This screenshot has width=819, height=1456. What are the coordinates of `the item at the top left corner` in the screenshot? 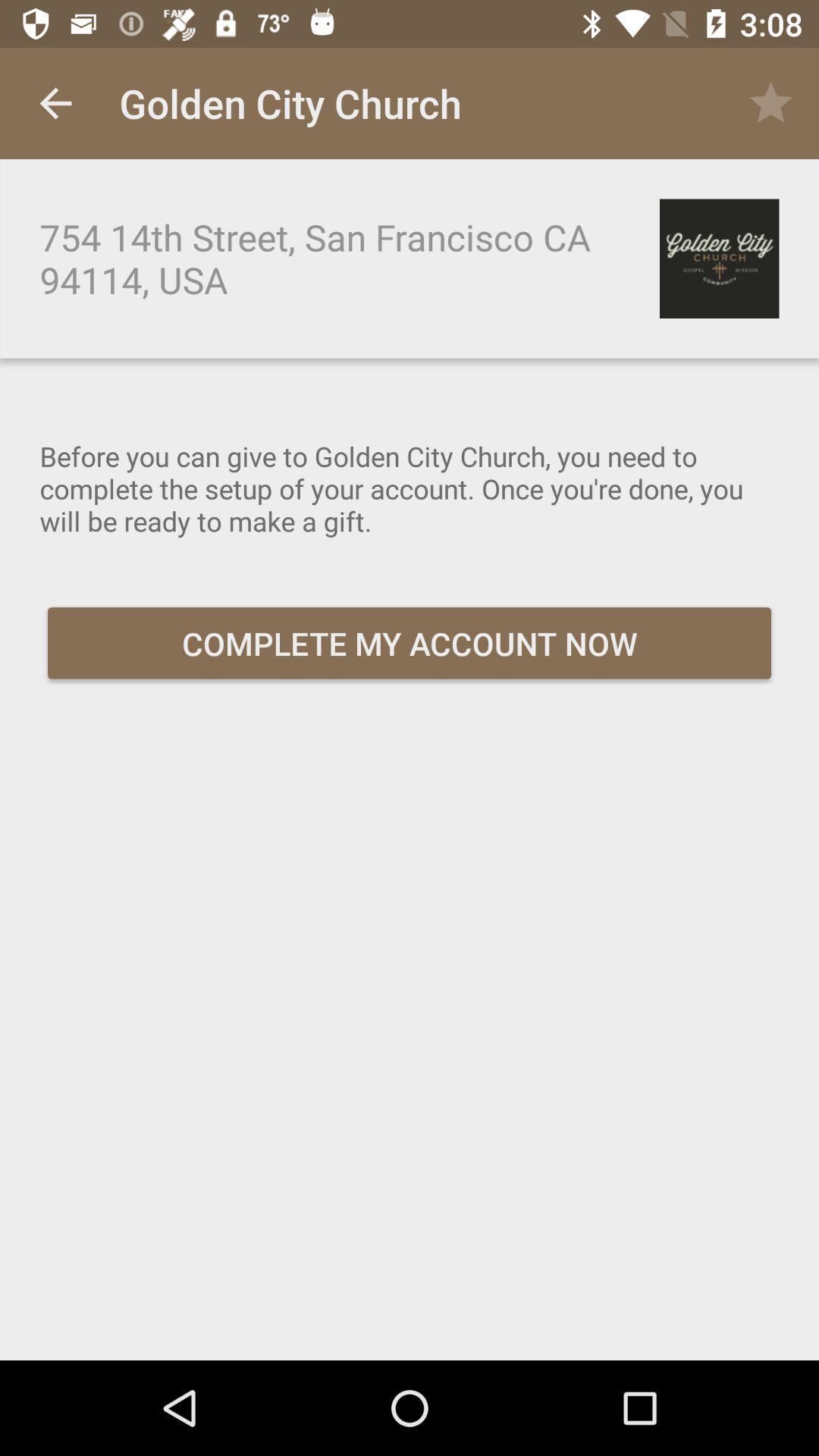 It's located at (55, 102).